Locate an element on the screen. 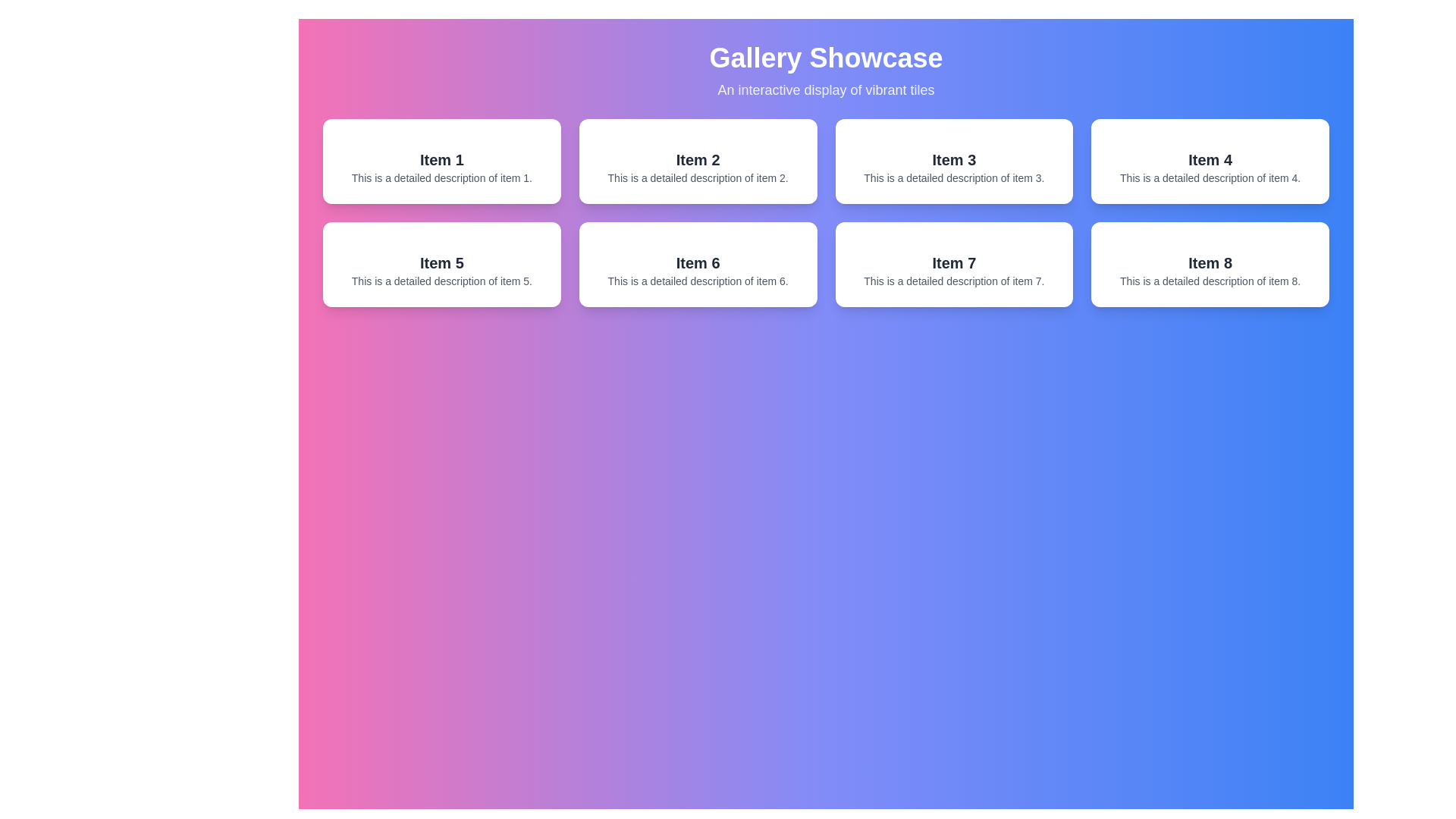 The width and height of the screenshot is (1456, 819). title text of the card located in the second row, fourth column of the grid layout is located at coordinates (1210, 262).